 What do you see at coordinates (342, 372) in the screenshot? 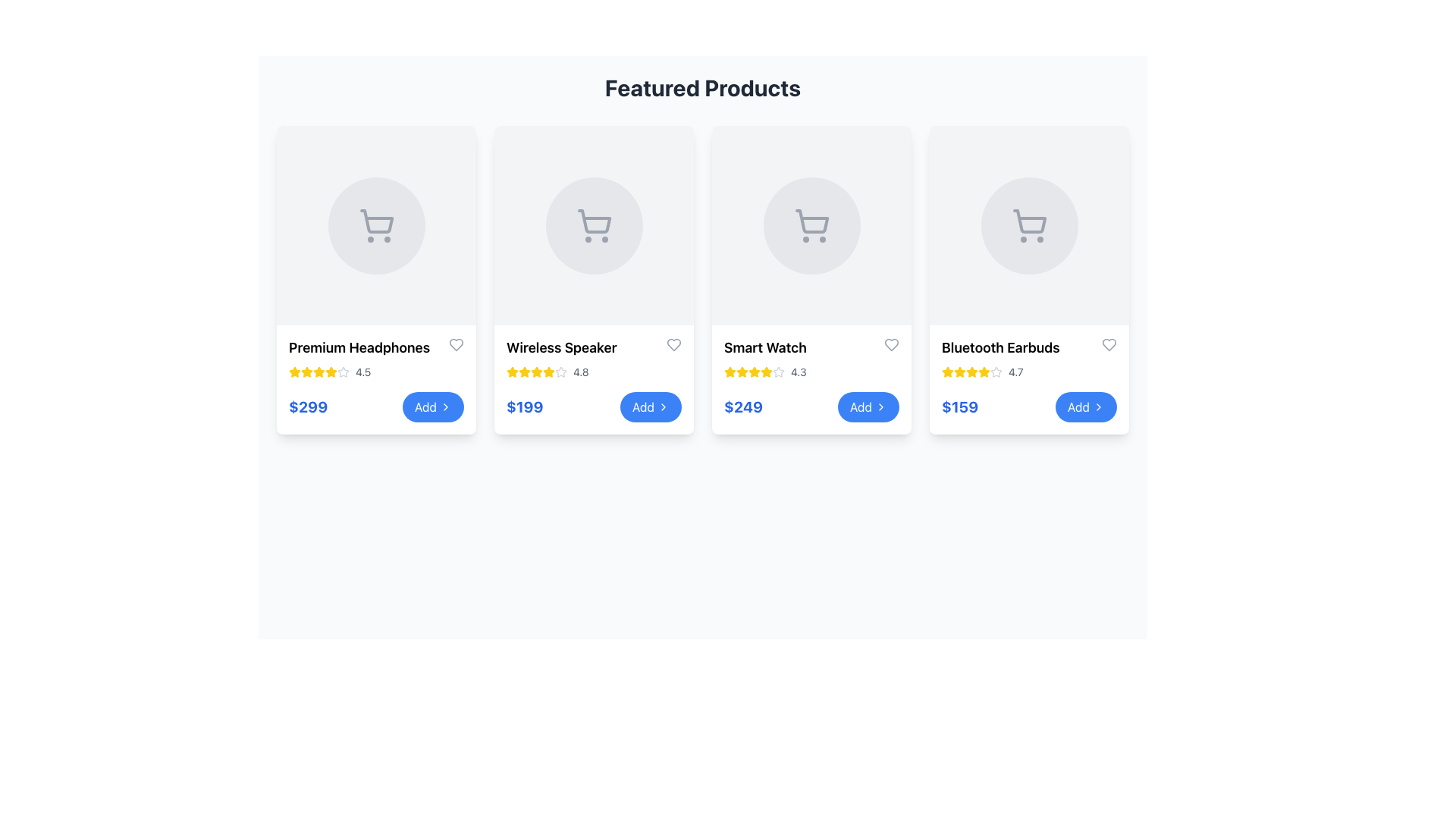
I see `the star icon, which is the last in a sequence of five stars representing a rating system below the 'Premium Headphones' product card. The icon is styled with a hollow design and light gray coloring, indicating an unrated state` at bounding box center [342, 372].